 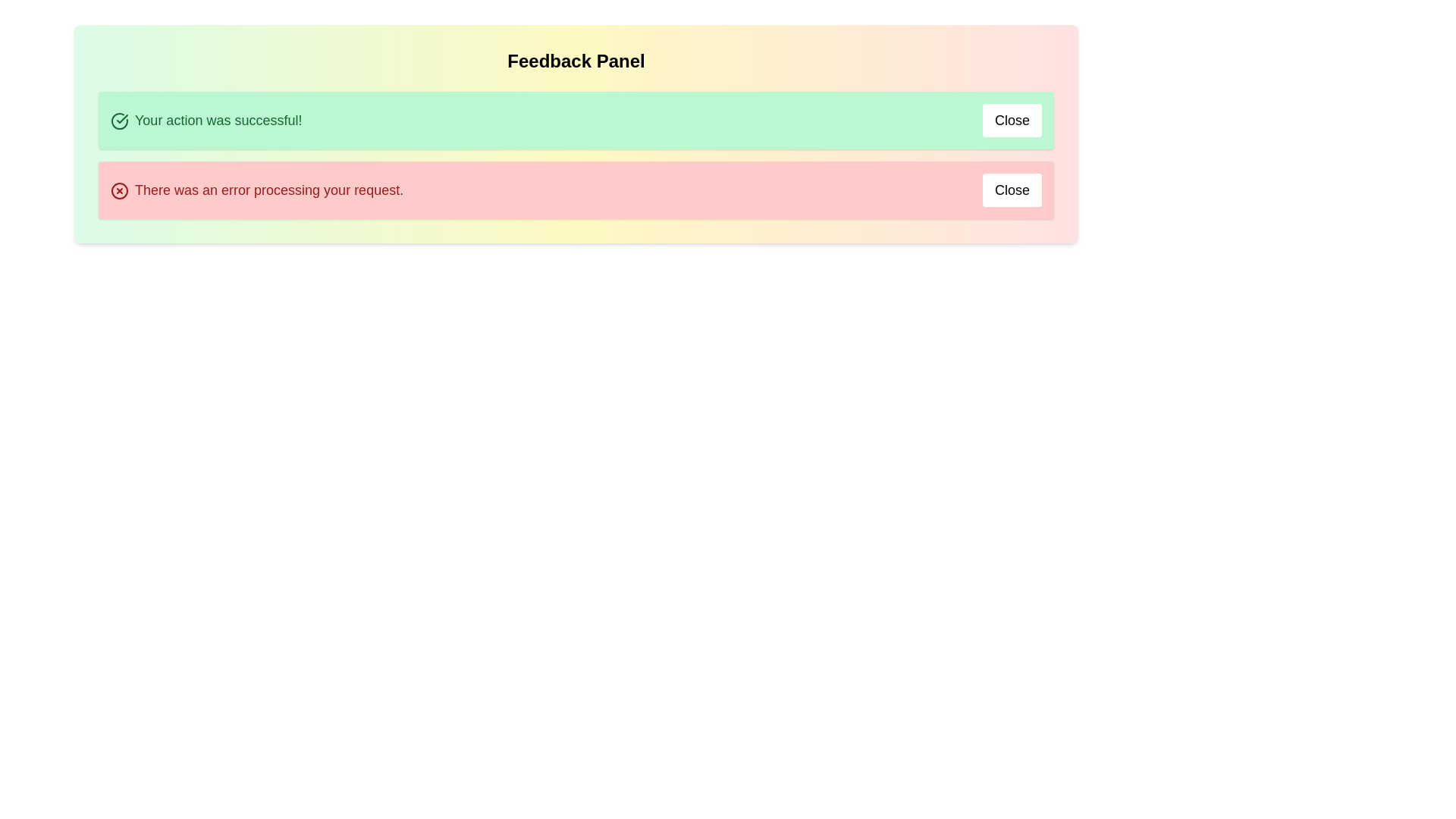 I want to click on the success message Text label with accompanying icon located in the upper section of the notification panel, to the left of the 'Close' button, so click(x=206, y=119).